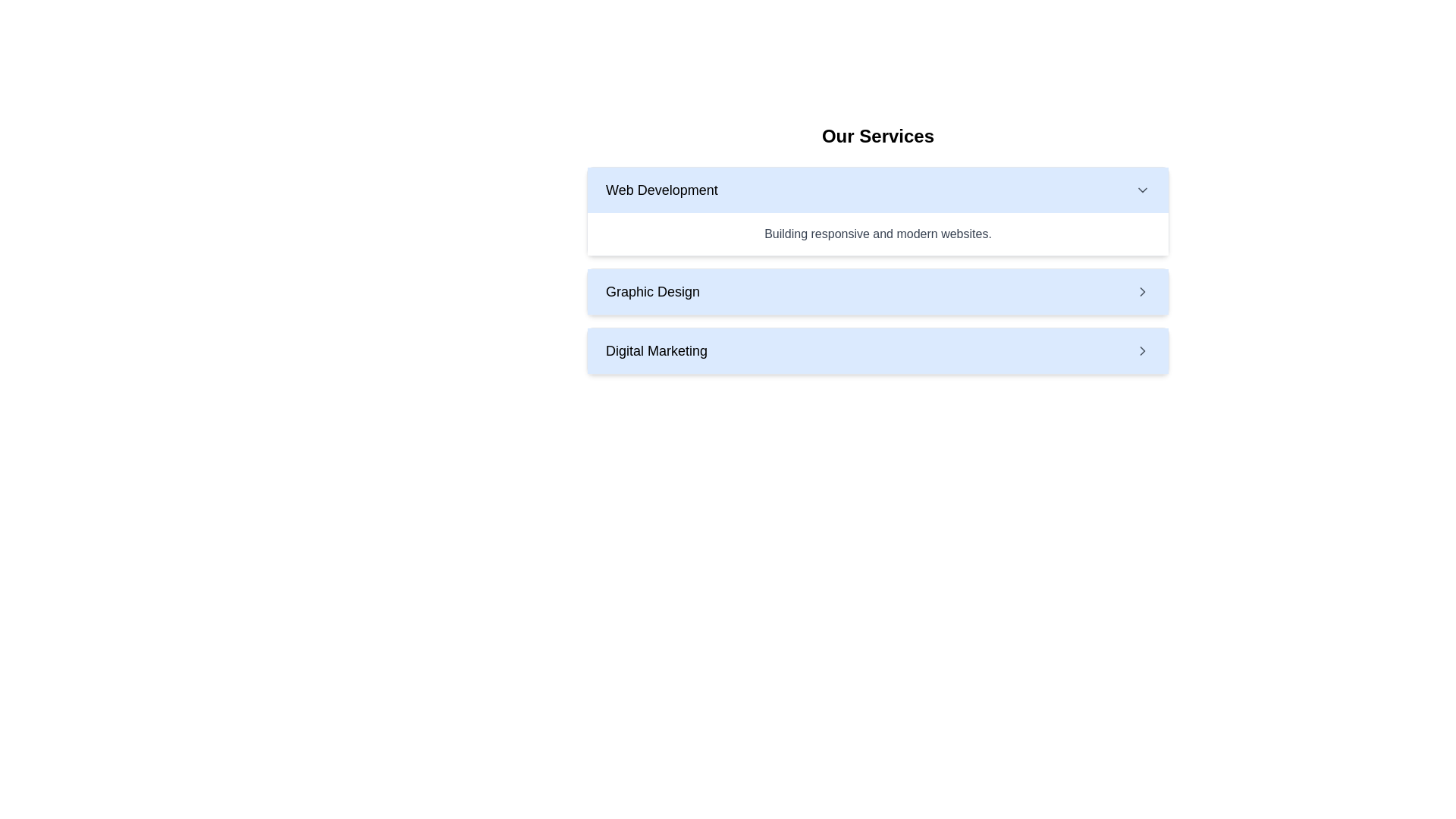  What do you see at coordinates (1143, 350) in the screenshot?
I see `the arrow icon in the 'Digital Marketing' section` at bounding box center [1143, 350].